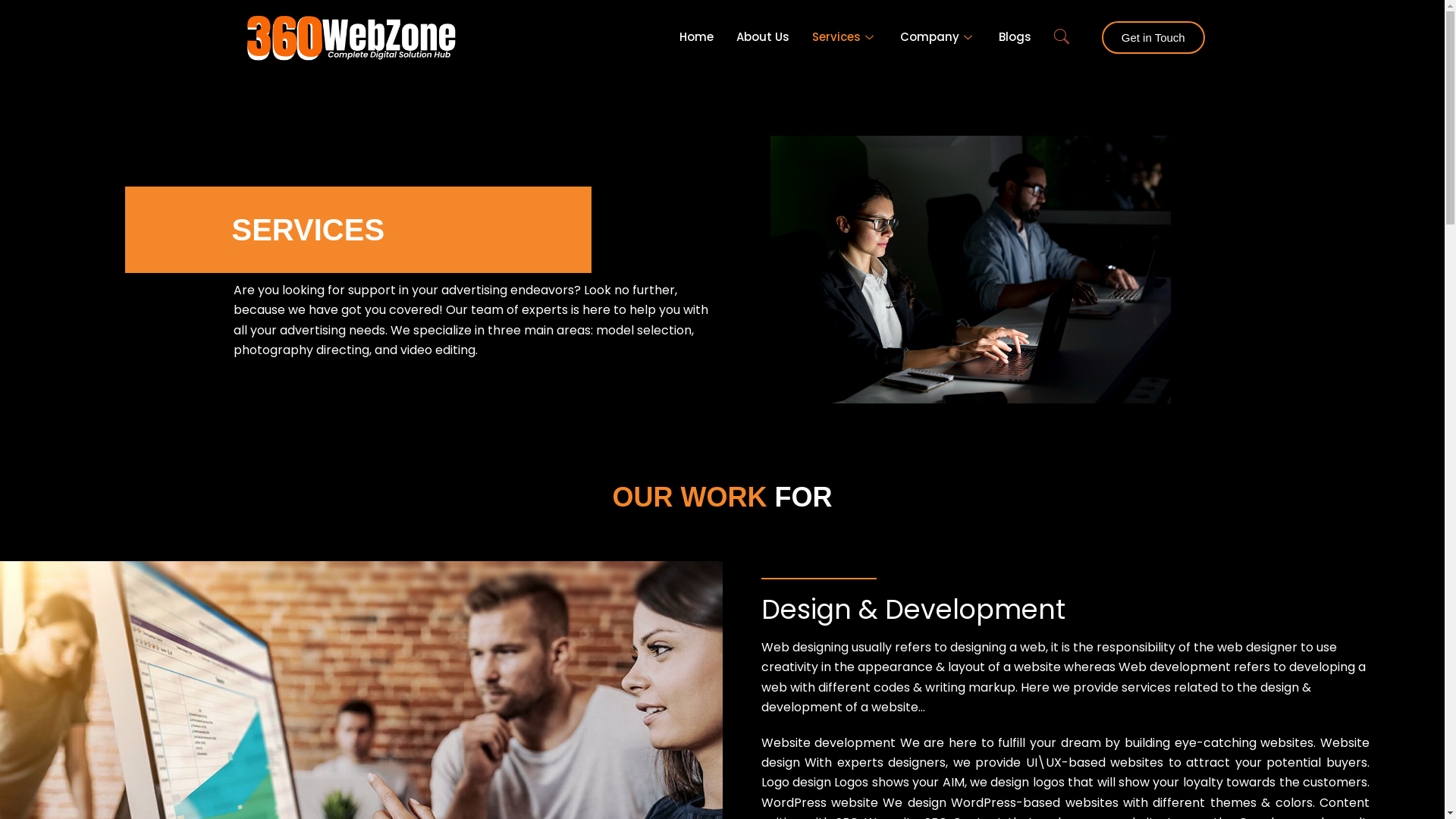  What do you see at coordinates (763, 37) in the screenshot?
I see `'About Us'` at bounding box center [763, 37].